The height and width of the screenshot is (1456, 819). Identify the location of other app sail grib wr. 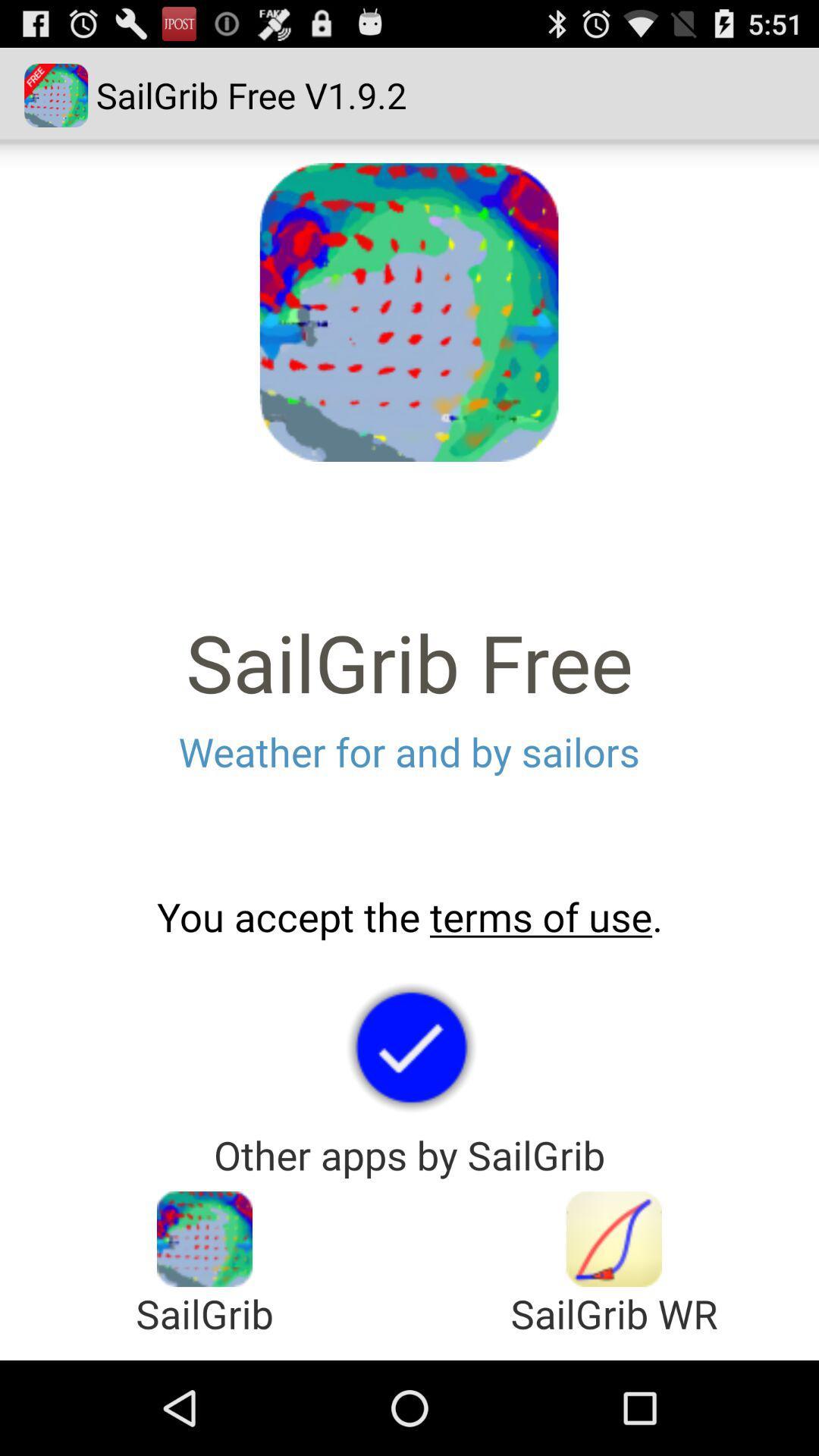
(614, 1239).